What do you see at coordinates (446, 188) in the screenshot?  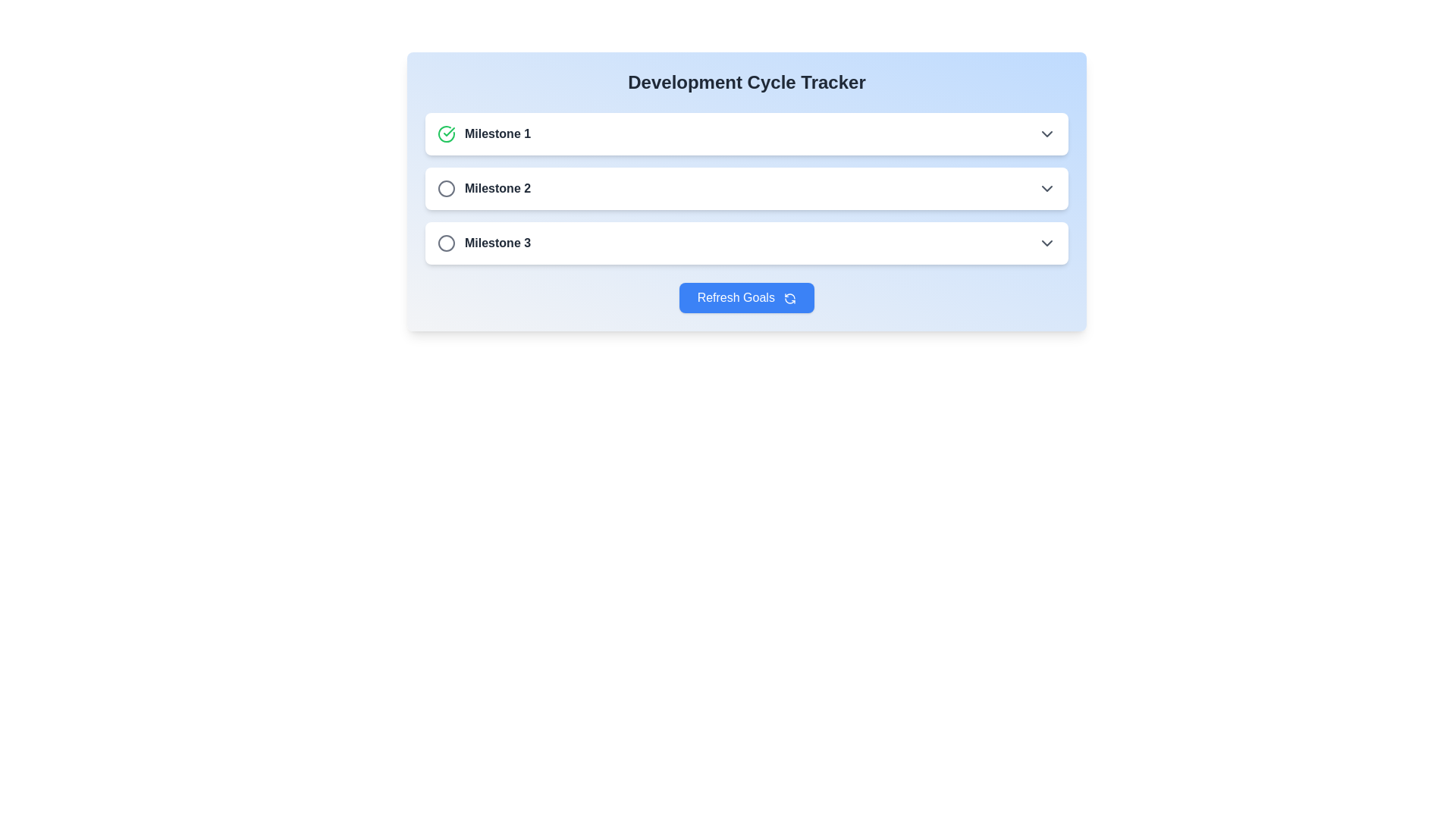 I see `the decorative icon representing 'Milestone 2', which is the second icon in a vertical list of milestone indicators, located beside the text label 'Milestone 2'` at bounding box center [446, 188].